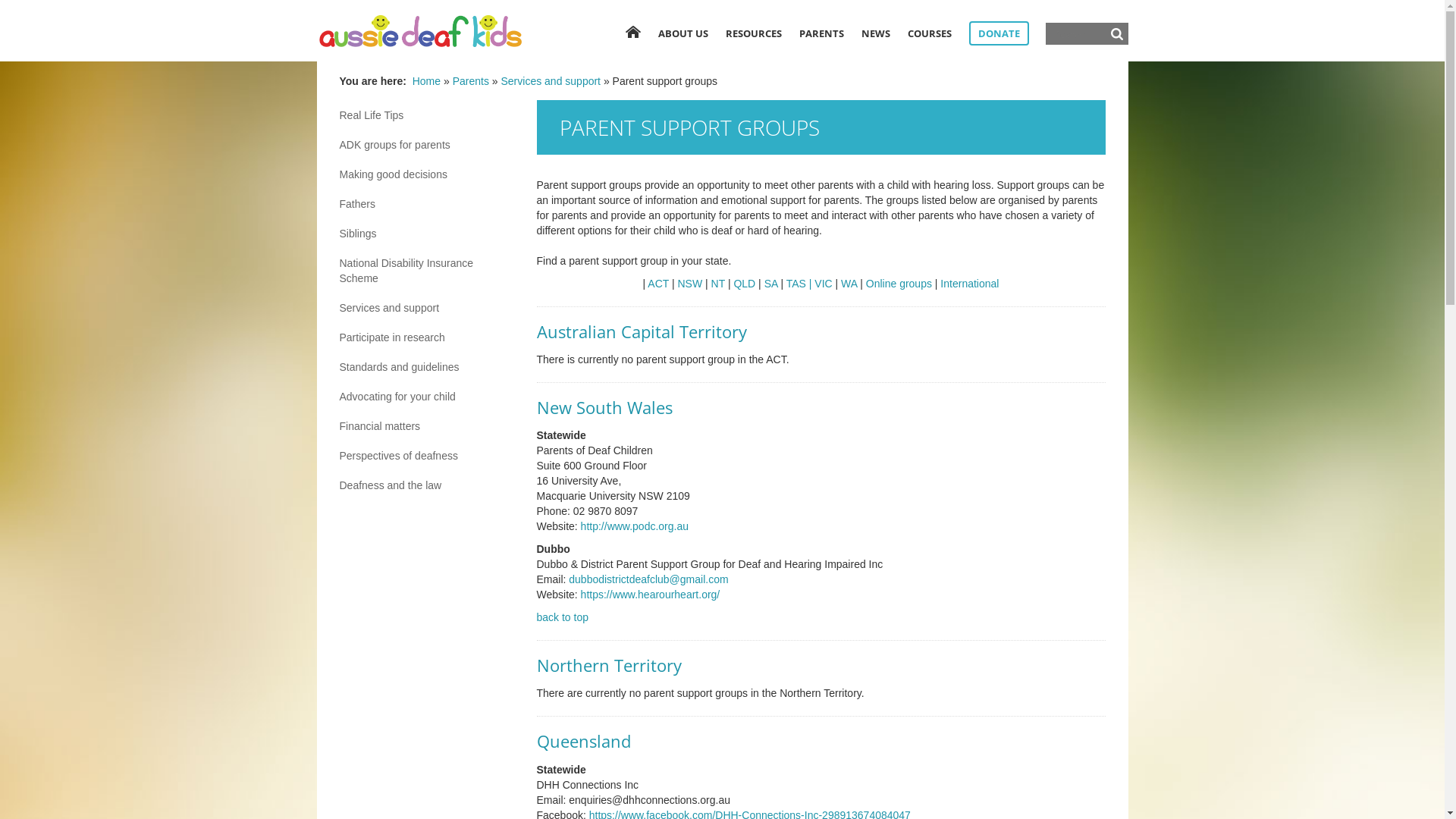 The height and width of the screenshot is (819, 1456). What do you see at coordinates (682, 33) in the screenshot?
I see `'ABOUT US'` at bounding box center [682, 33].